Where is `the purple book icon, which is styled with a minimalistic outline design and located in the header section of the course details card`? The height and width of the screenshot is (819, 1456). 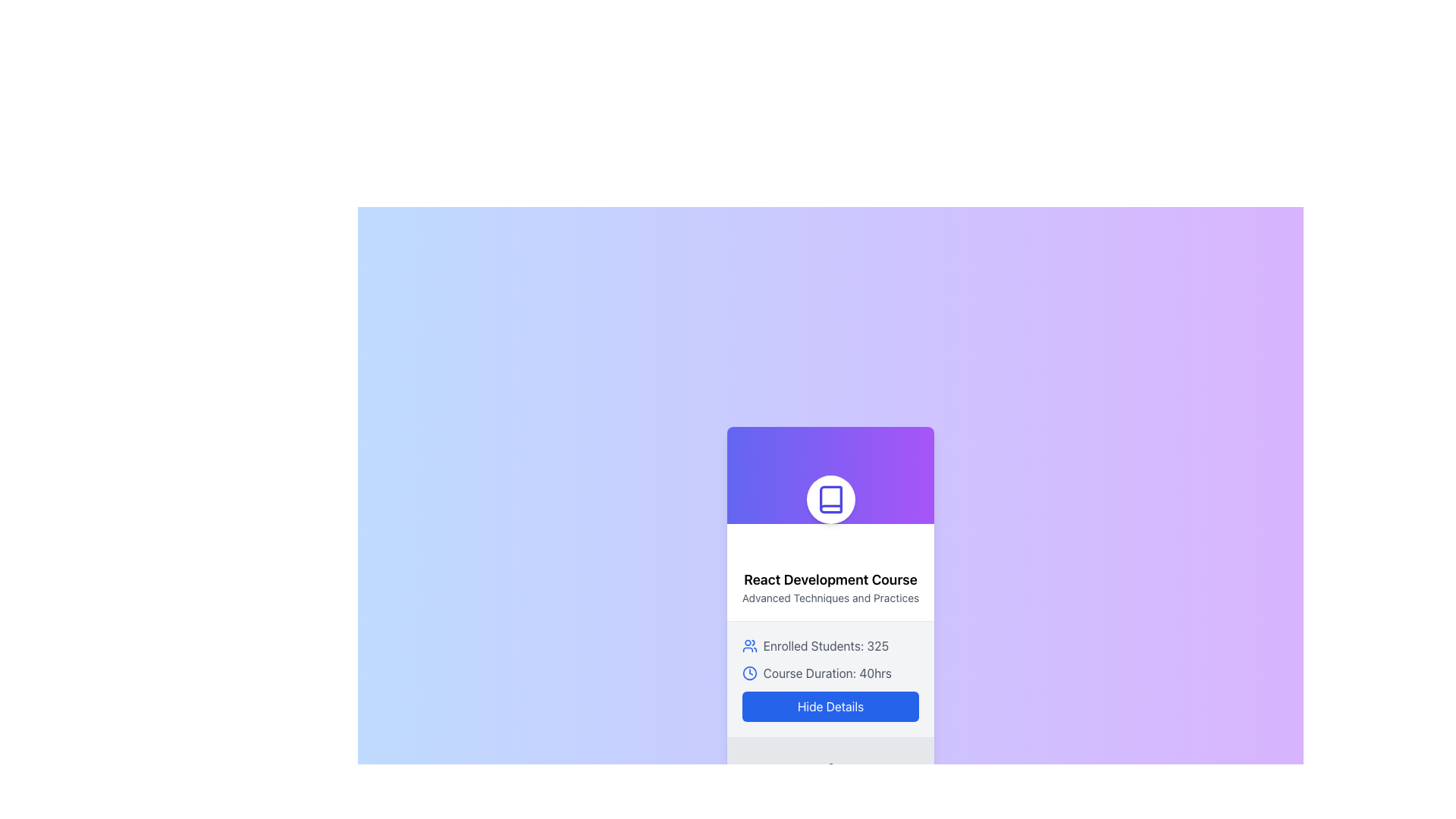
the purple book icon, which is styled with a minimalistic outline design and located in the header section of the course details card is located at coordinates (830, 500).